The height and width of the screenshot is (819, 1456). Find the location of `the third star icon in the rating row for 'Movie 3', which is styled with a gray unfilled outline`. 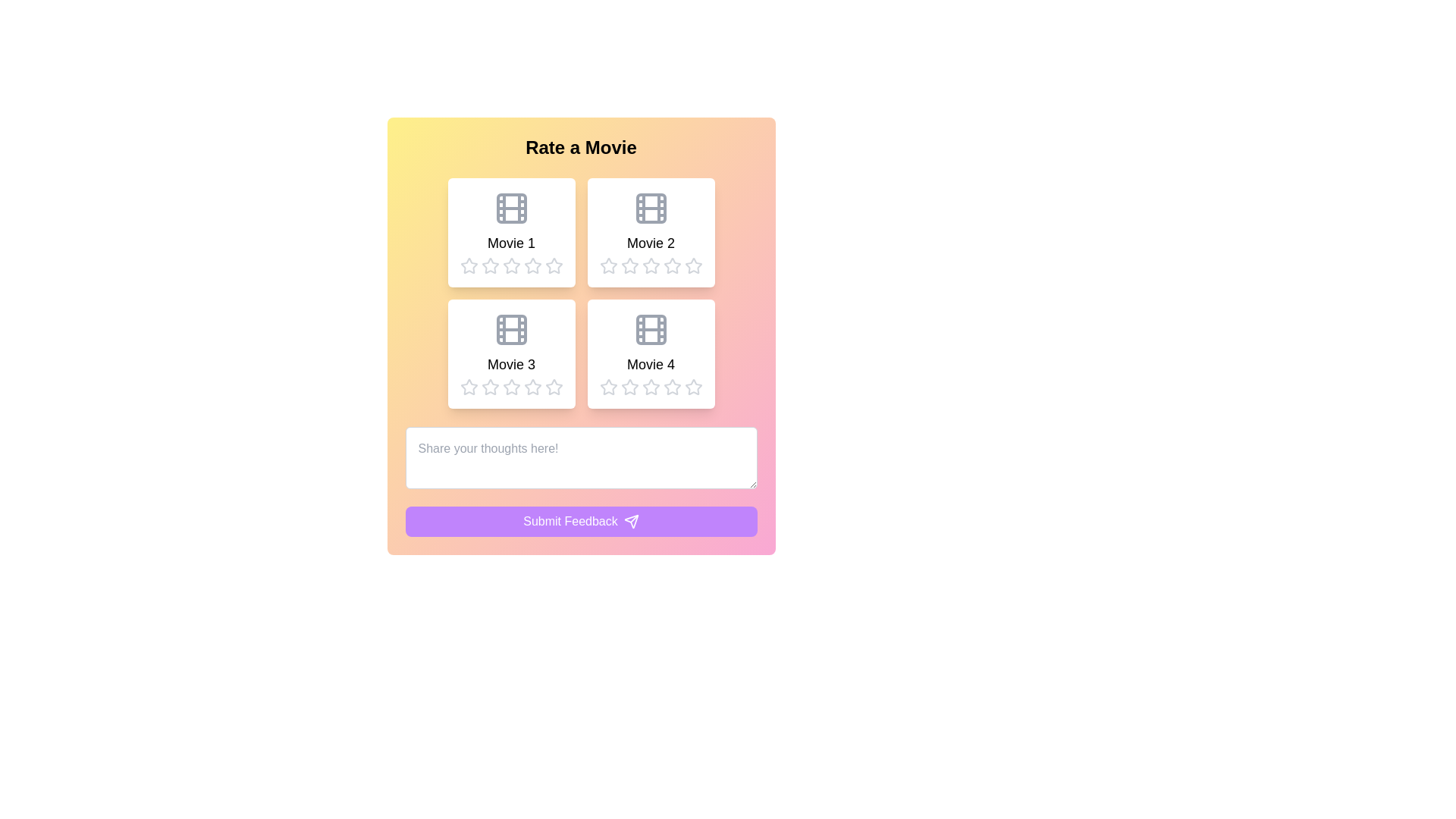

the third star icon in the rating row for 'Movie 3', which is styled with a gray unfilled outline is located at coordinates (490, 386).